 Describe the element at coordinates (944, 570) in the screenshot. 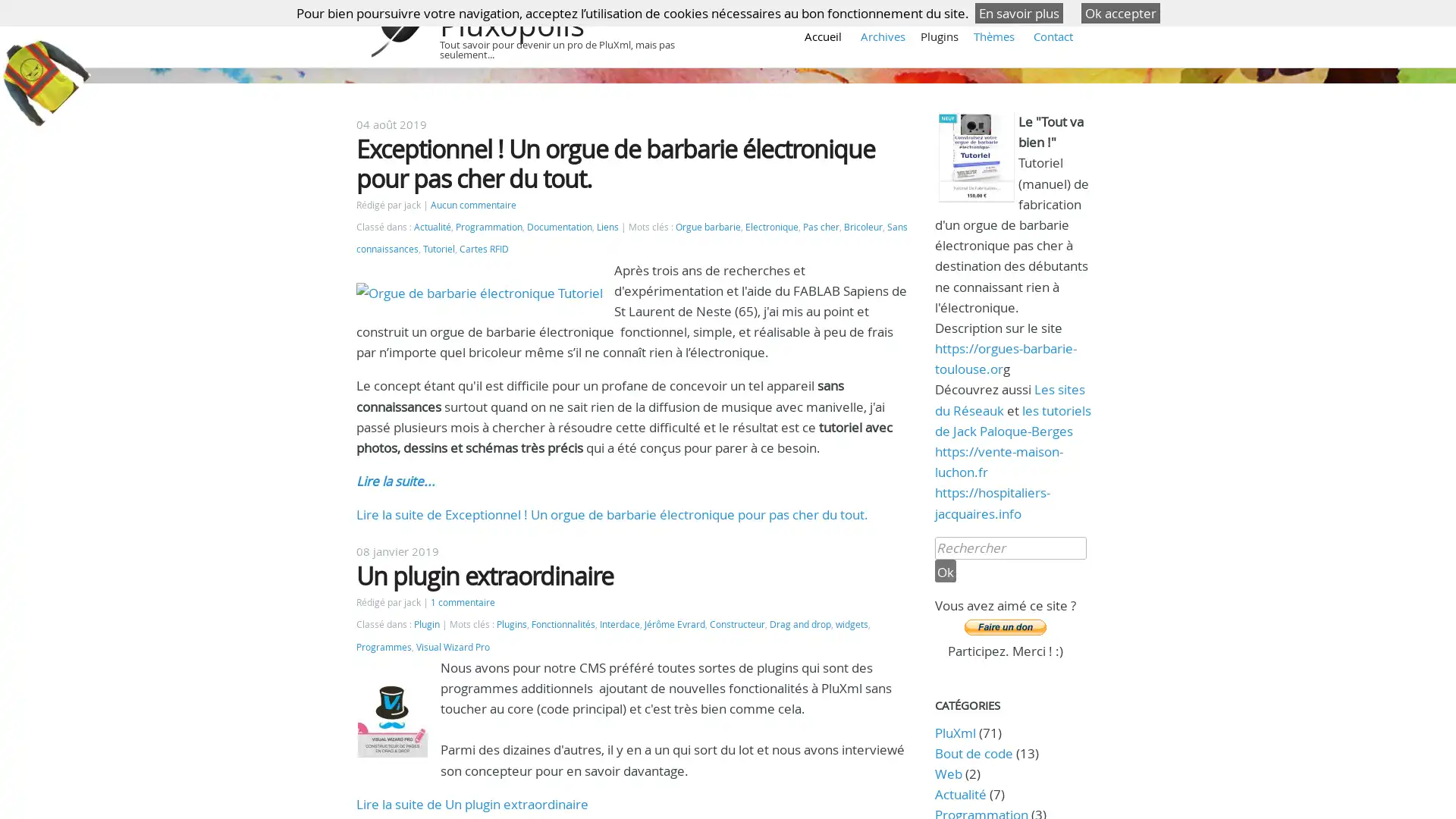

I see `Ok` at that location.